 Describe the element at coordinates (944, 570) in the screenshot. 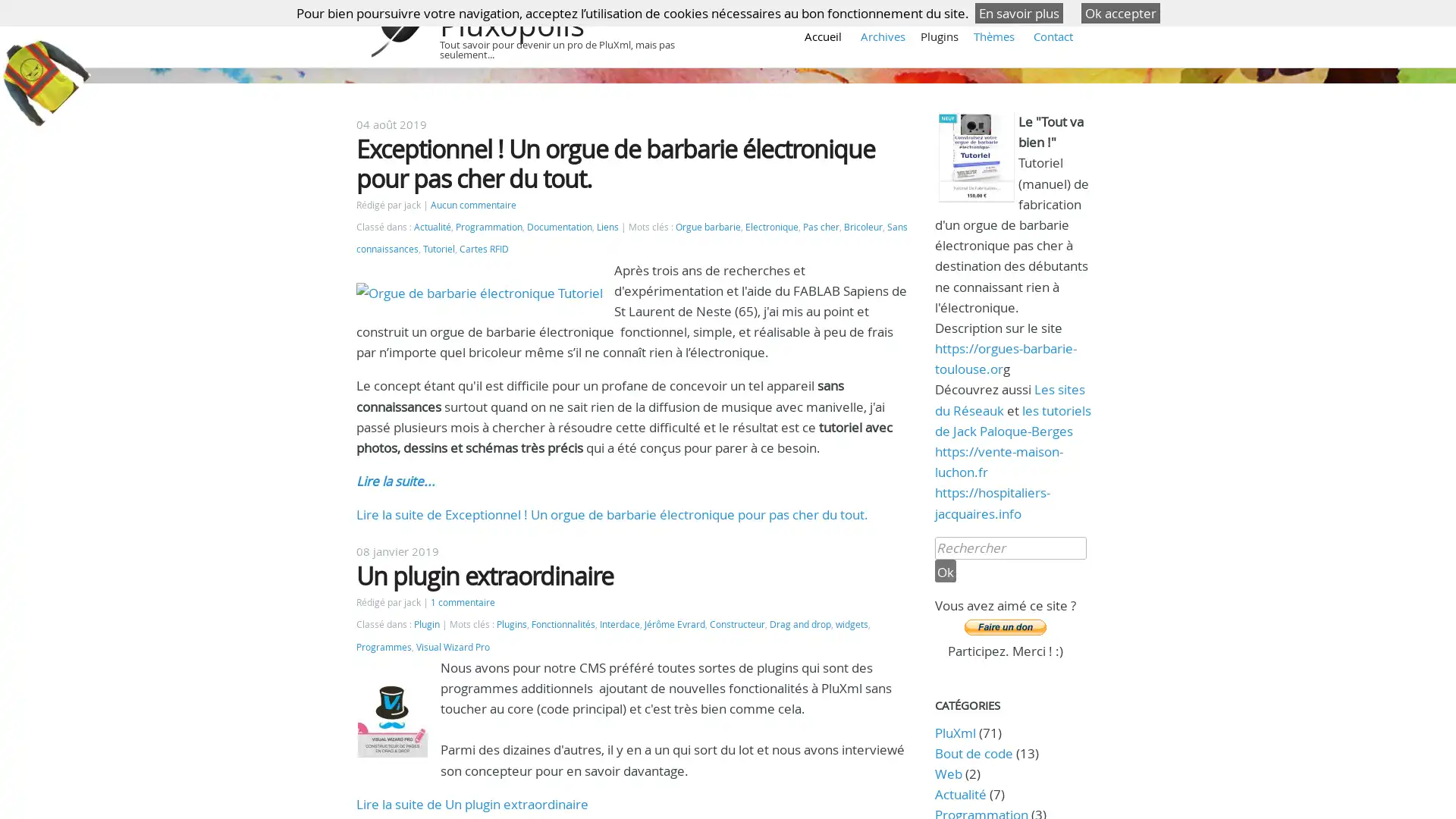

I see `Ok` at that location.